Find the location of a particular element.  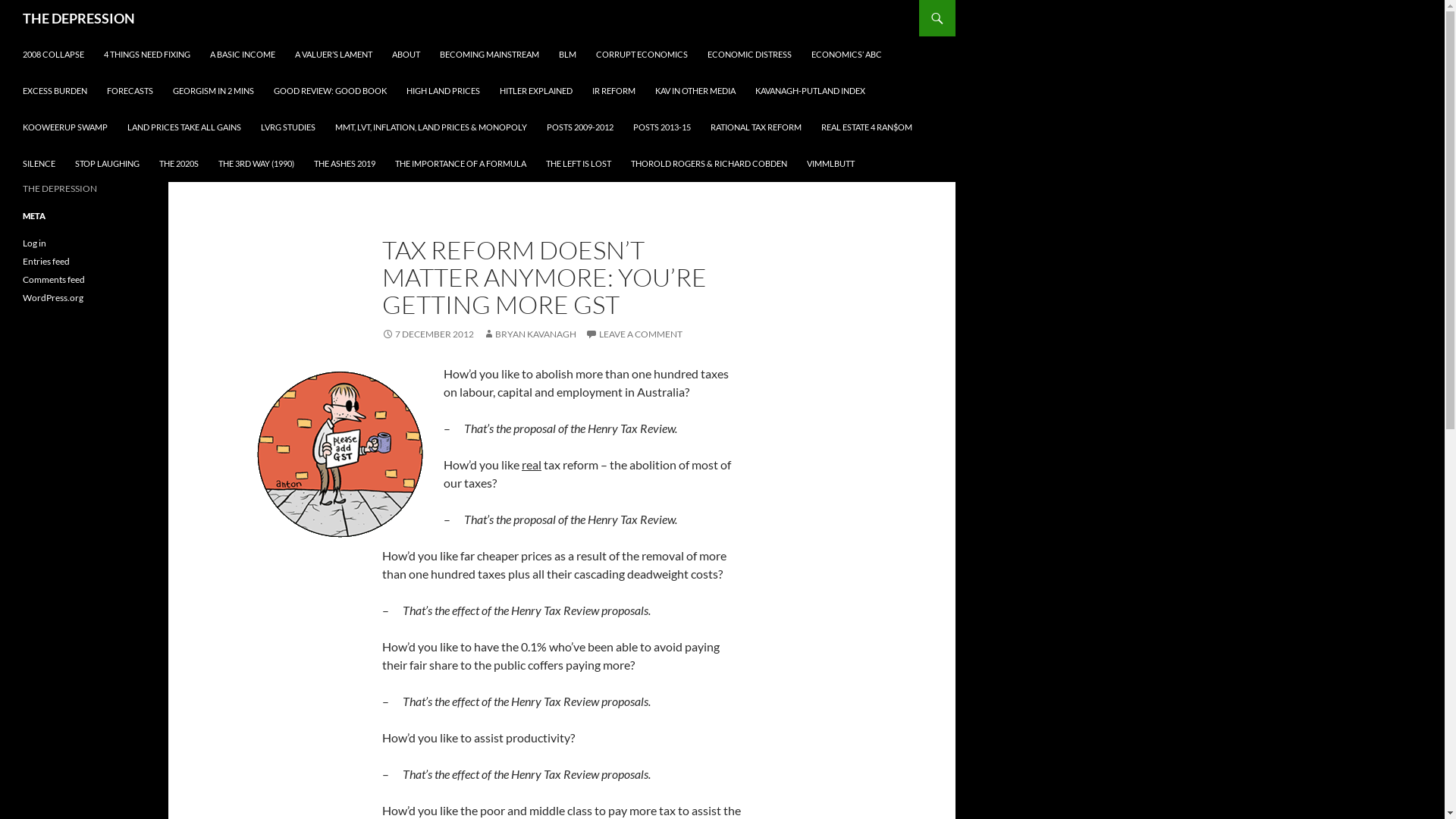

'THE IMPORTANCE OF A FORMULA' is located at coordinates (460, 164).